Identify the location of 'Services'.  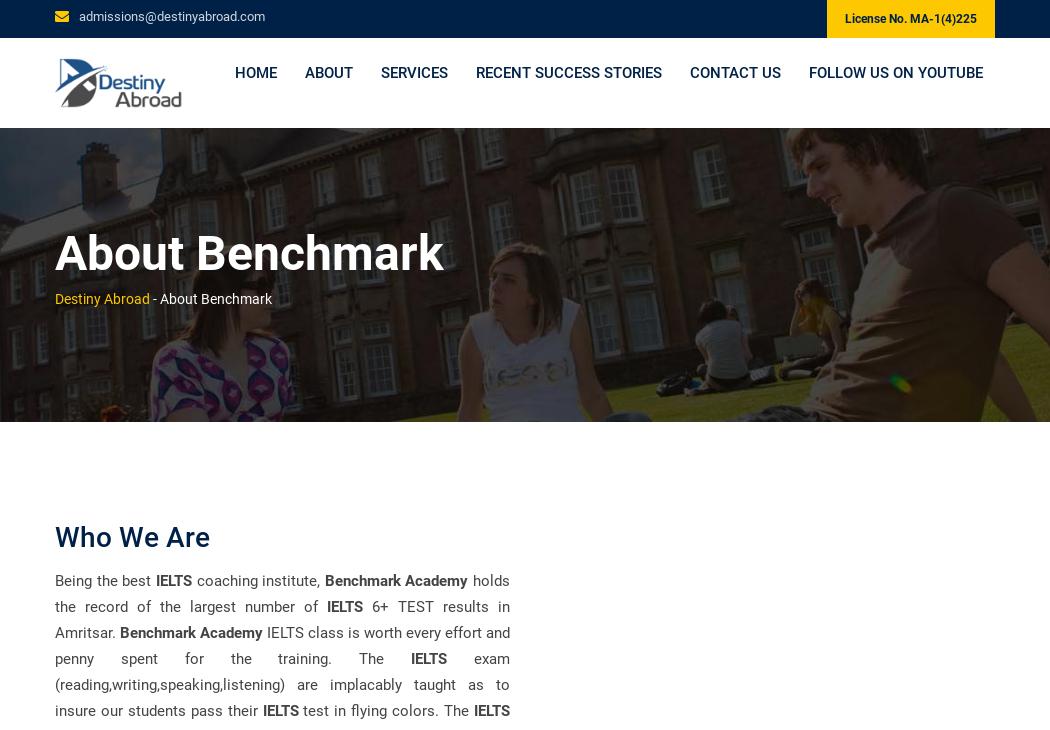
(412, 77).